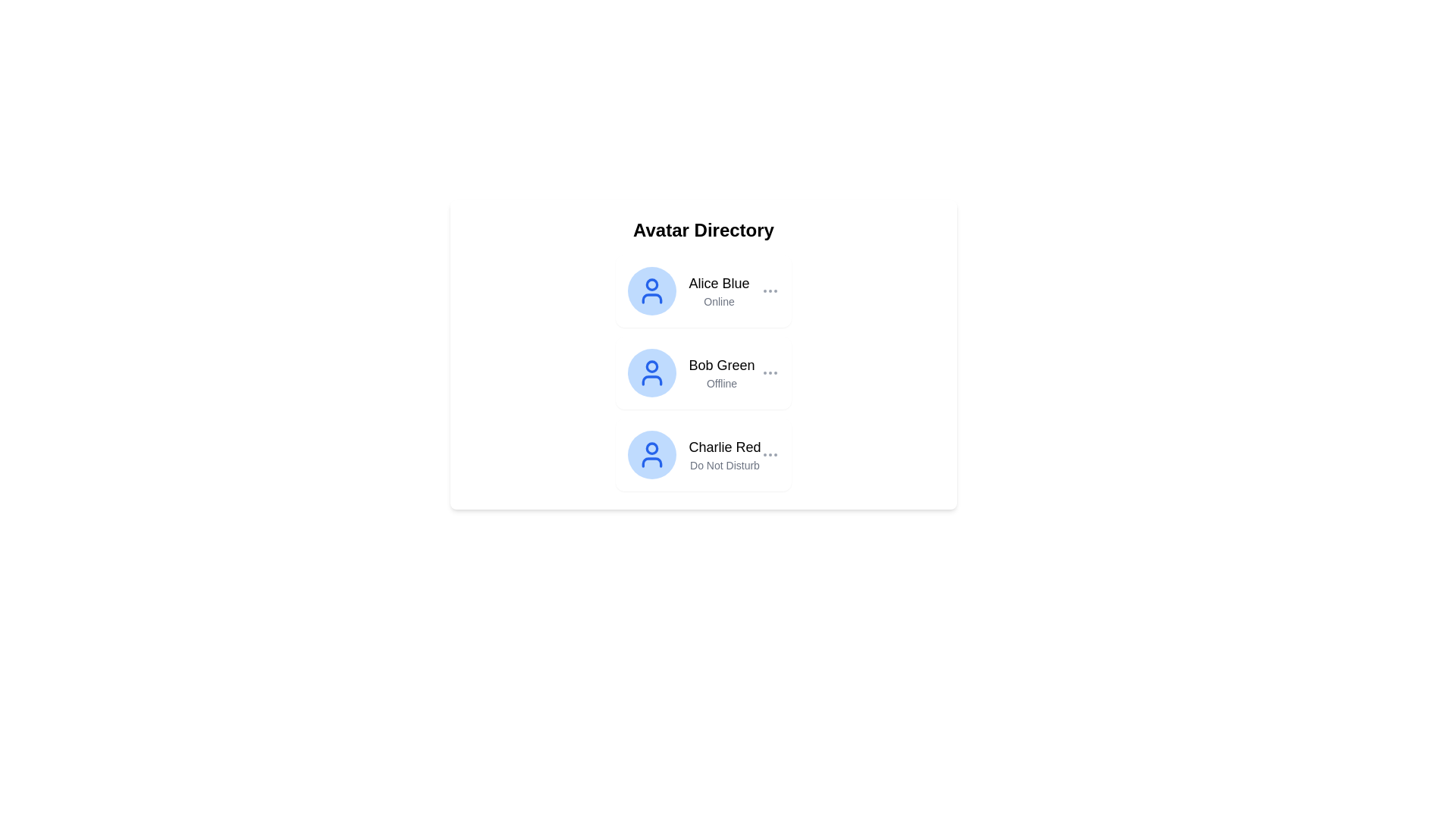 This screenshot has height=819, width=1456. I want to click on on the user avatar icon representing 'Bob Green', so click(652, 373).